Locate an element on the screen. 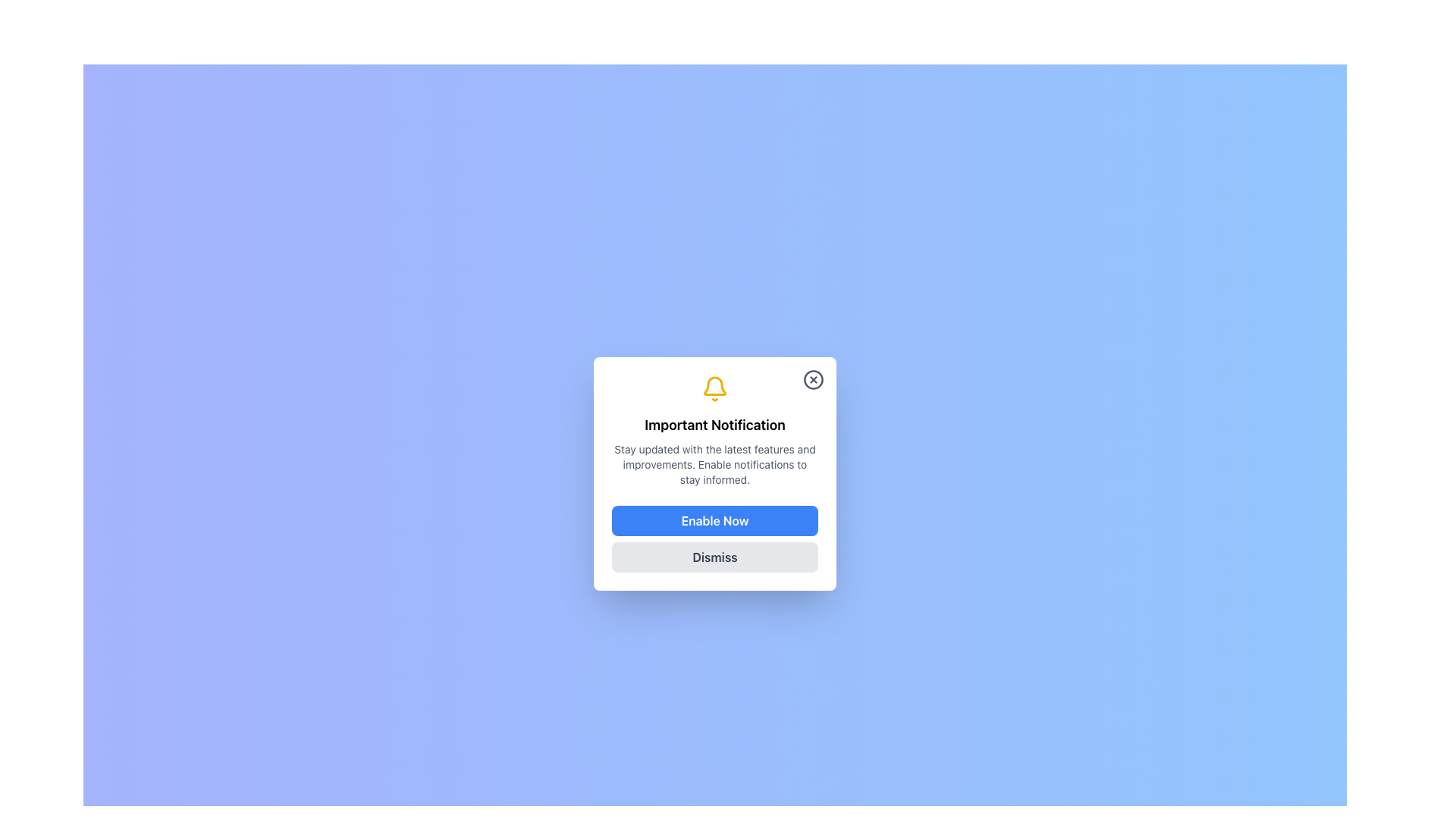 This screenshot has width=1456, height=819. the static text element that provides information about notifications, which is located below the title 'Important Notification' and above the buttons 'Enable Now' and 'Dismiss' is located at coordinates (714, 464).